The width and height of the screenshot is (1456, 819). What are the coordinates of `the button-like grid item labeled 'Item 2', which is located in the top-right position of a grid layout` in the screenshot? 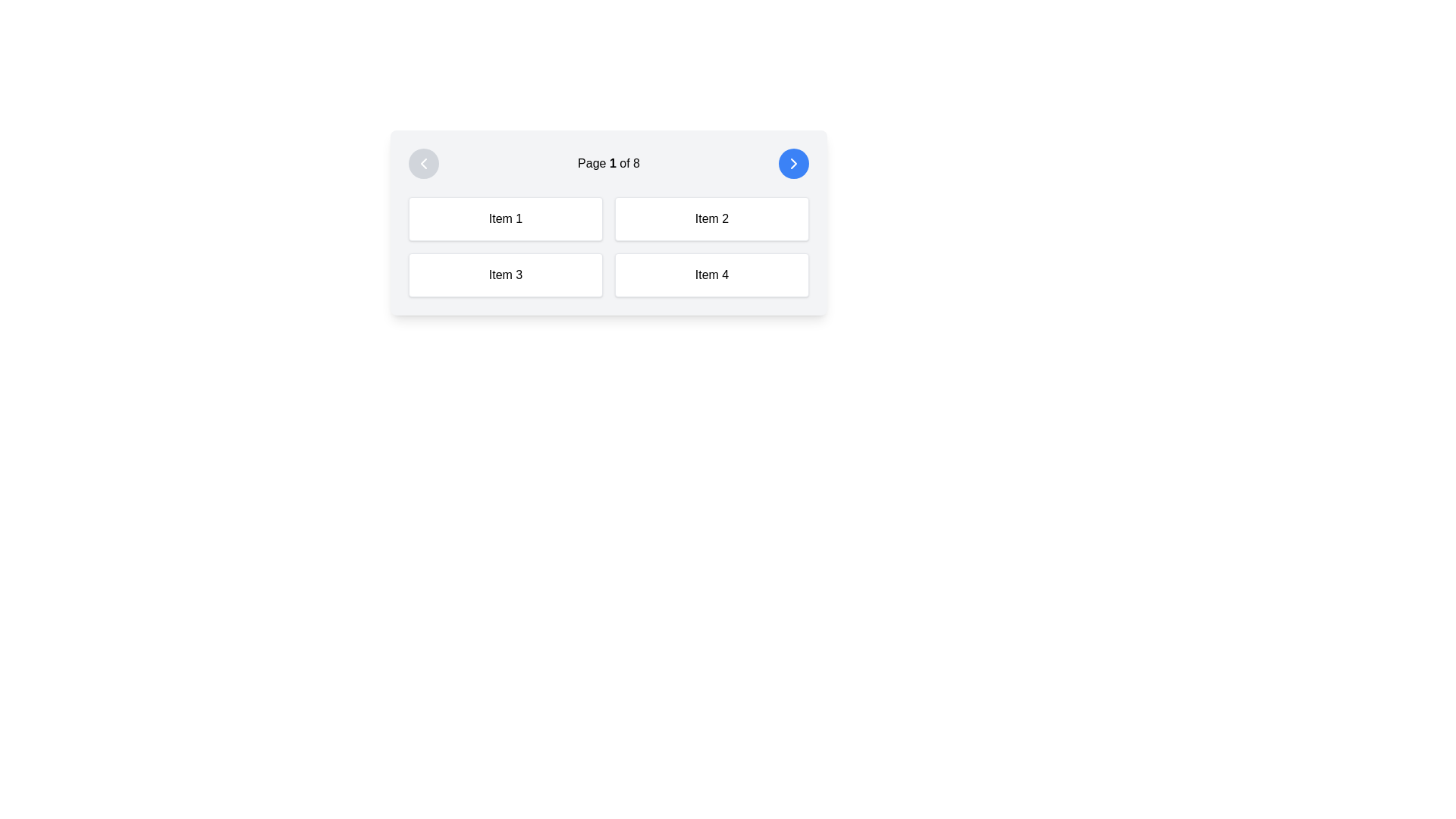 It's located at (711, 219).